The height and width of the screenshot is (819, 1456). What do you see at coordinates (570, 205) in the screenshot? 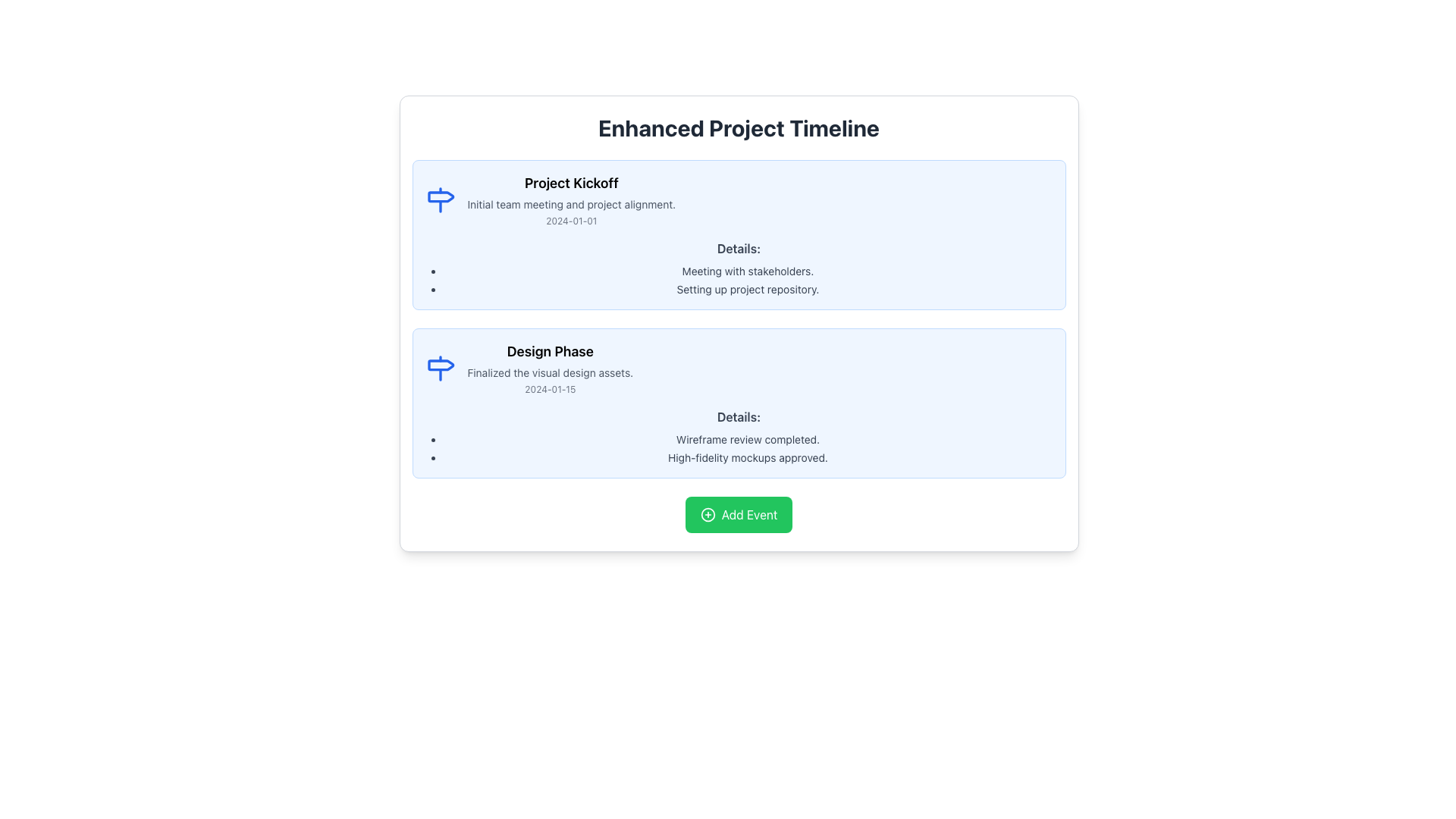
I see `the text label providing a summary of the main topic 'Project Kickoff', located below the main title and above the date '2024-01-01'` at bounding box center [570, 205].